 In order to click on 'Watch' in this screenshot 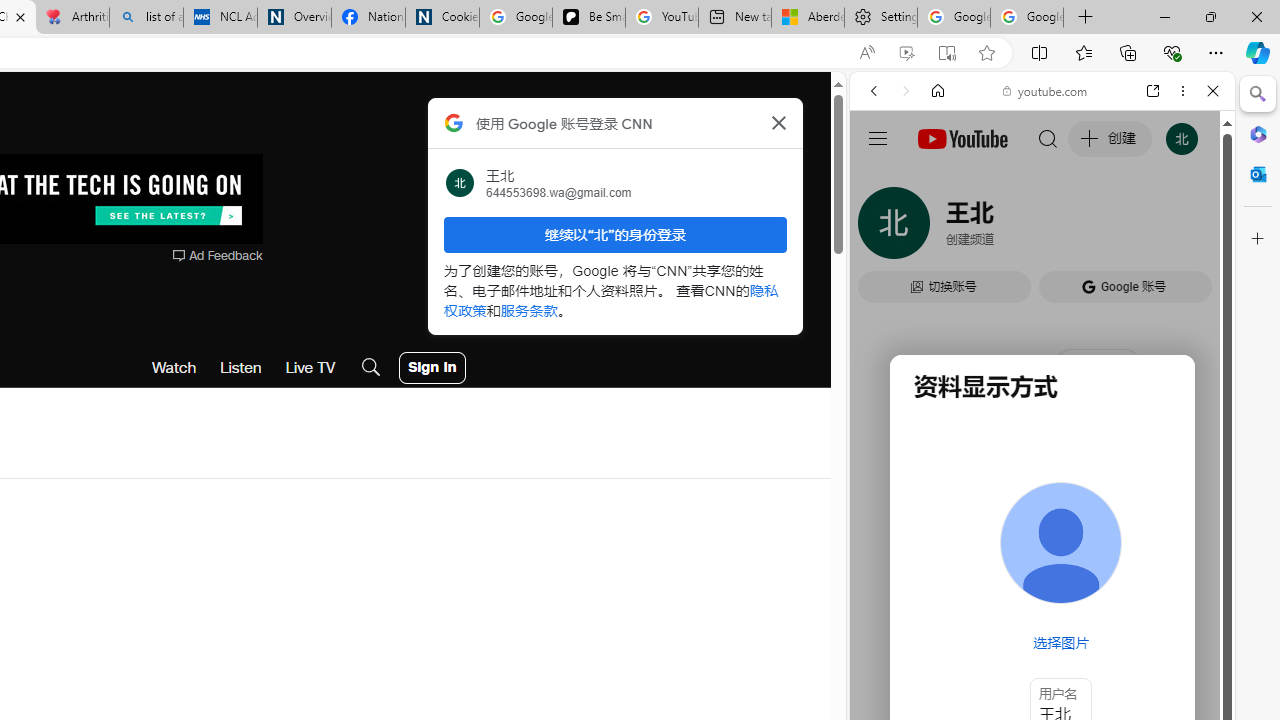, I will do `click(174, 367)`.